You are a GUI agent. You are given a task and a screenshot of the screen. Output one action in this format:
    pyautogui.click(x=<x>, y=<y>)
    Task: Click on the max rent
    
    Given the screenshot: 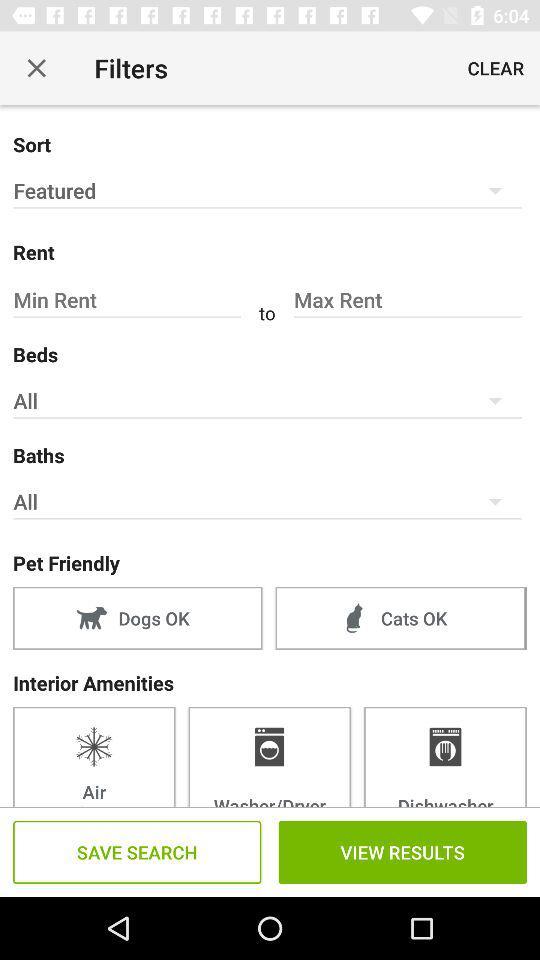 What is the action you would take?
    pyautogui.click(x=406, y=299)
    